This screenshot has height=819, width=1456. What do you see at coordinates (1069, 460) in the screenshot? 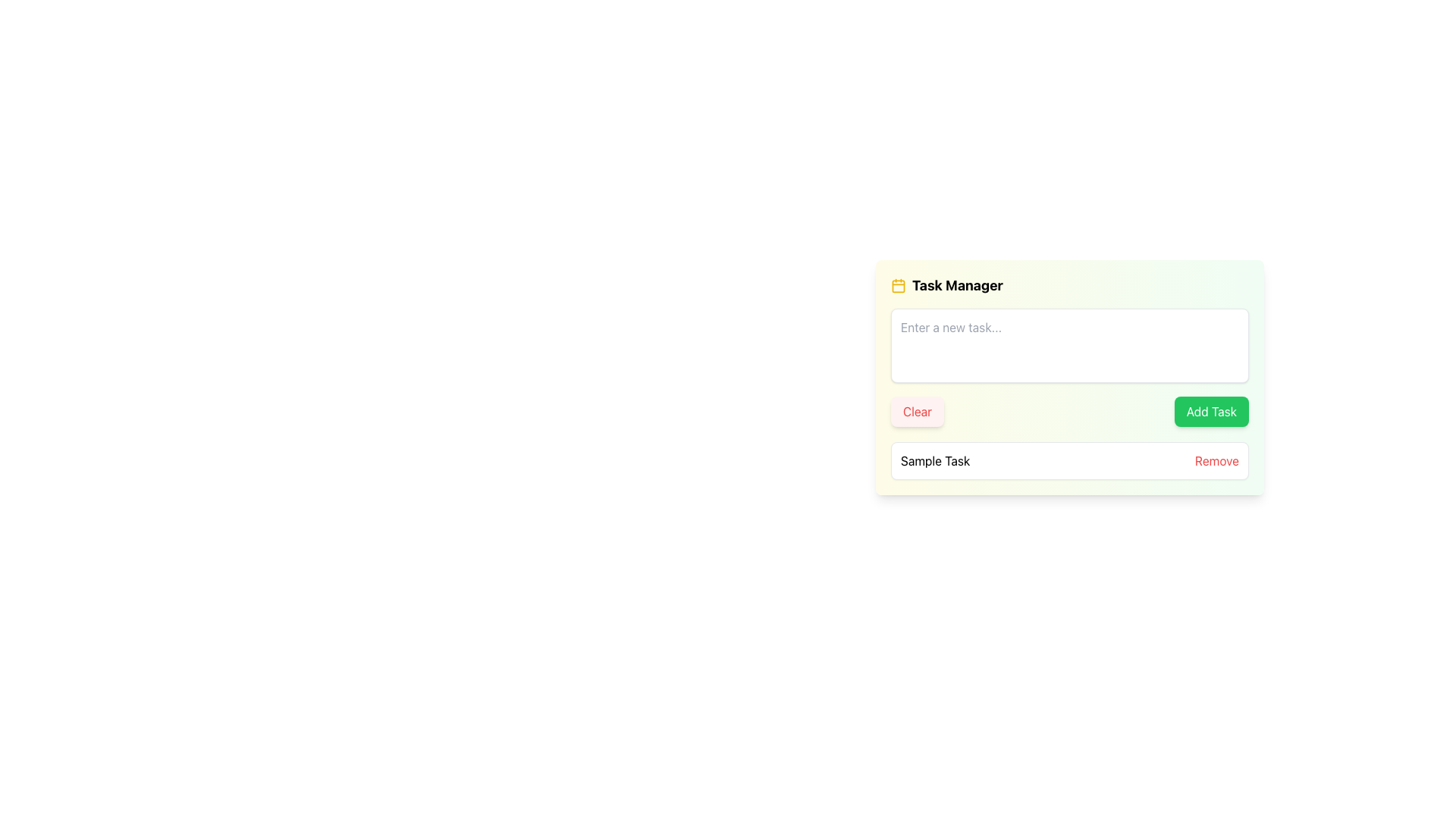
I see `the task entry element displaying 'Sample Task' with the action 'Remove' in the 'Task Manager' panel` at bounding box center [1069, 460].